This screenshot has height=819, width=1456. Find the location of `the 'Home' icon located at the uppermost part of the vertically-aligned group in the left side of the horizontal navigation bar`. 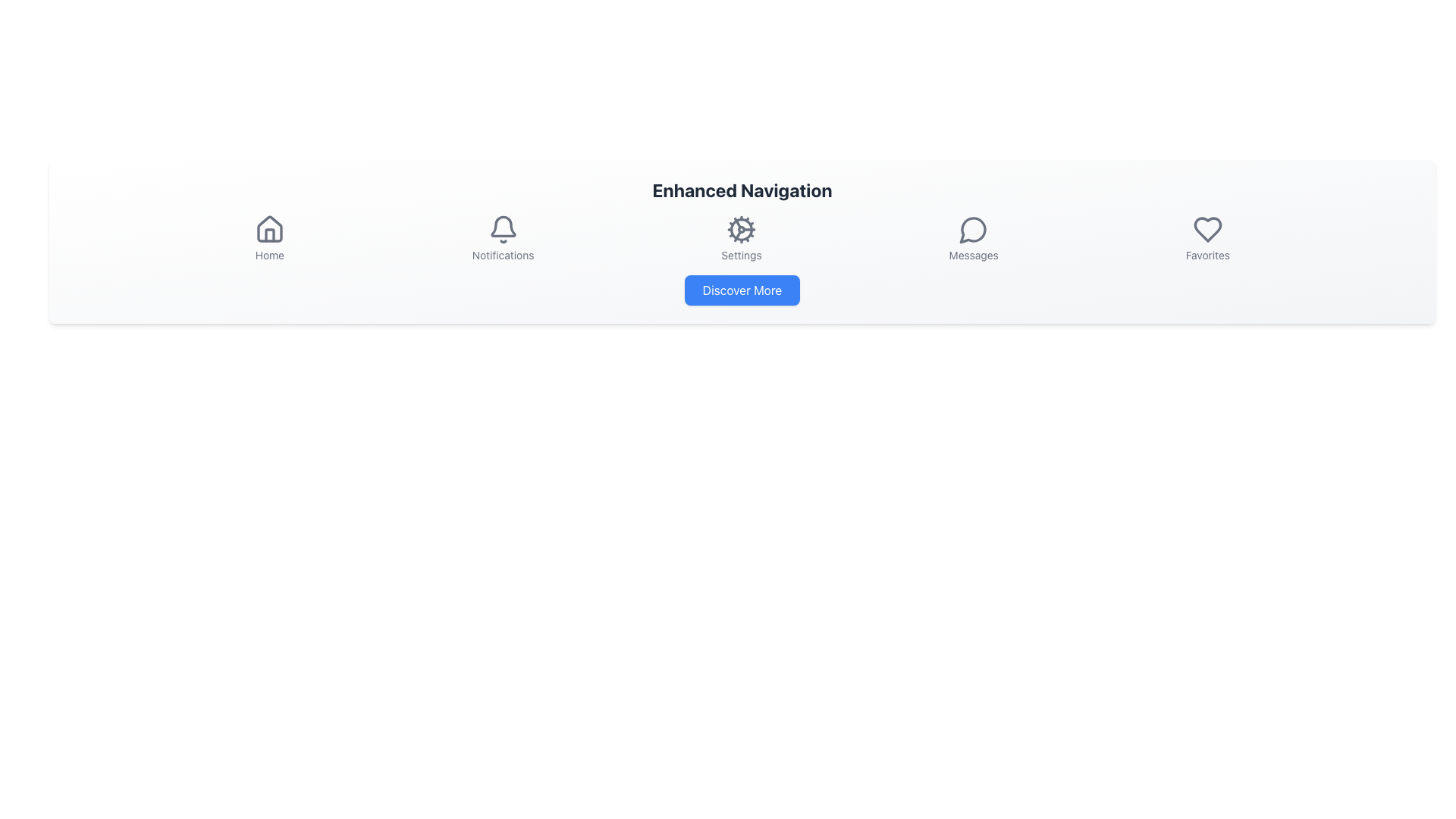

the 'Home' icon located at the uppermost part of the vertically-aligned group in the left side of the horizontal navigation bar is located at coordinates (269, 230).